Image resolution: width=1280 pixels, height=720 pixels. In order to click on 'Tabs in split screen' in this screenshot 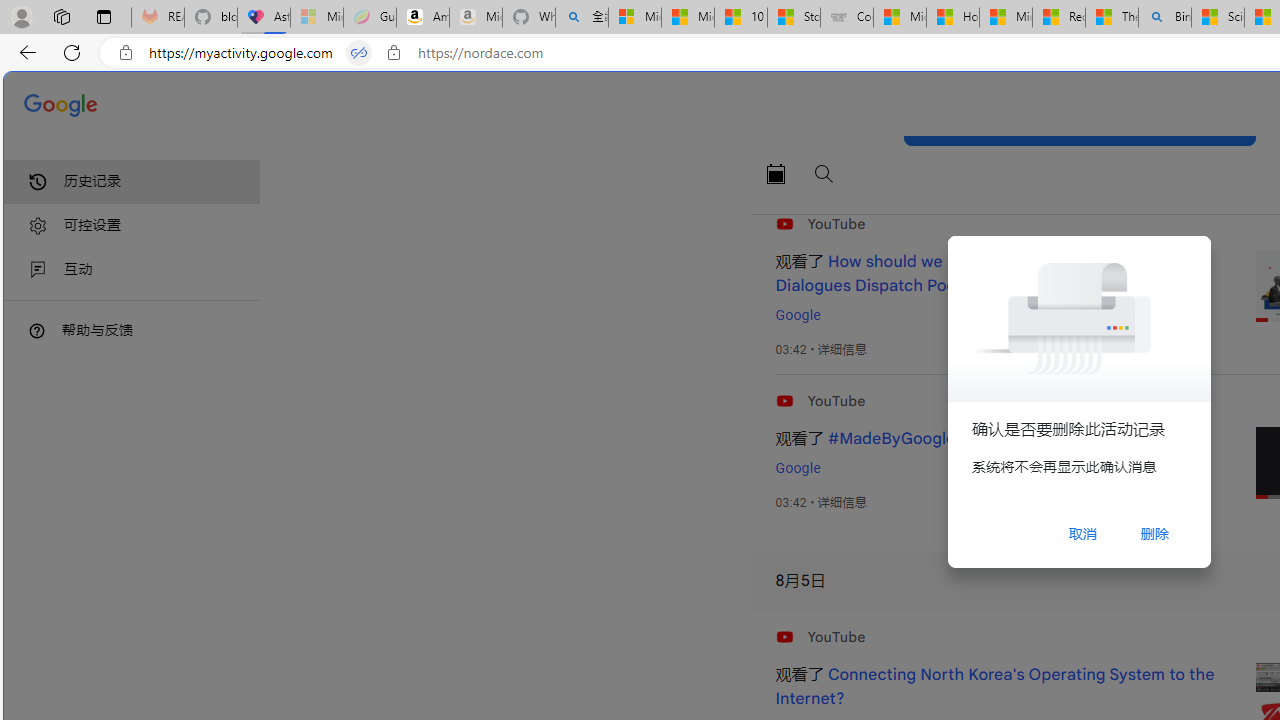, I will do `click(359, 52)`.